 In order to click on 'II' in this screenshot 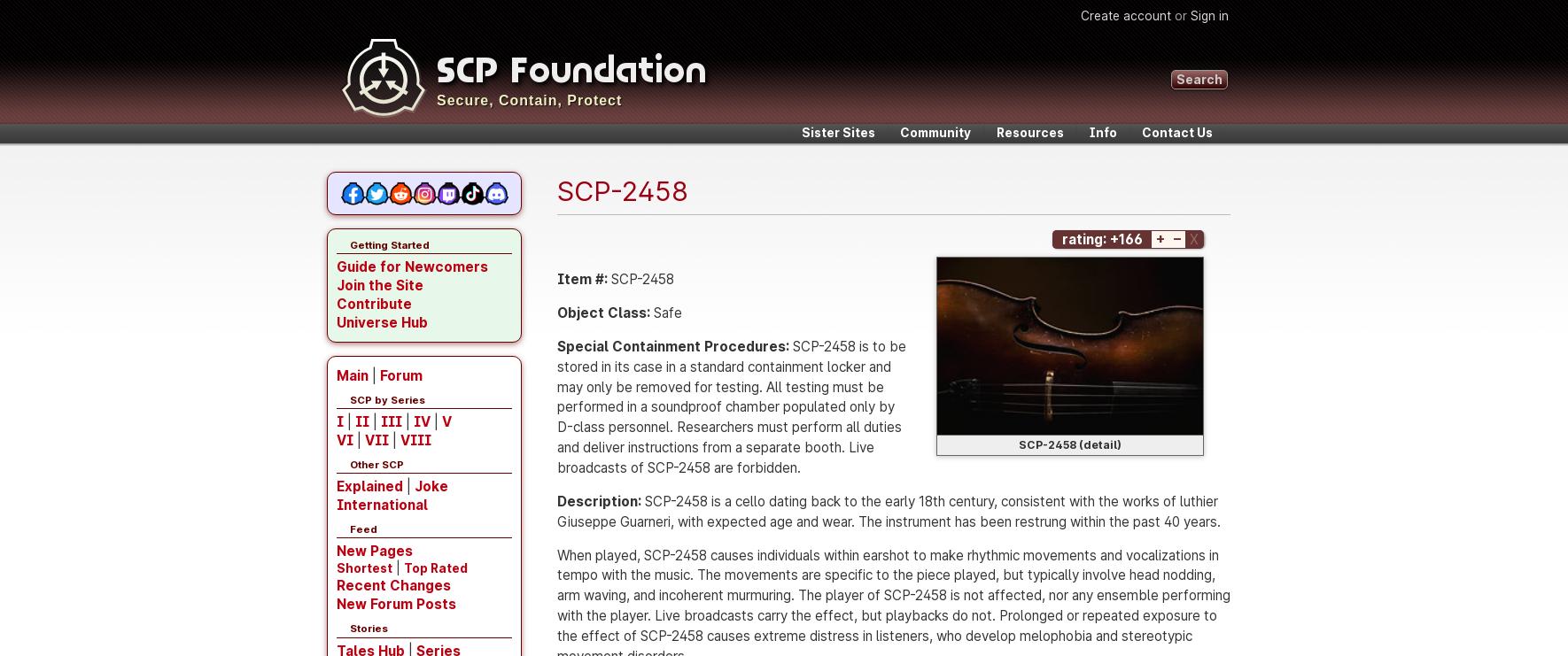, I will do `click(361, 421)`.